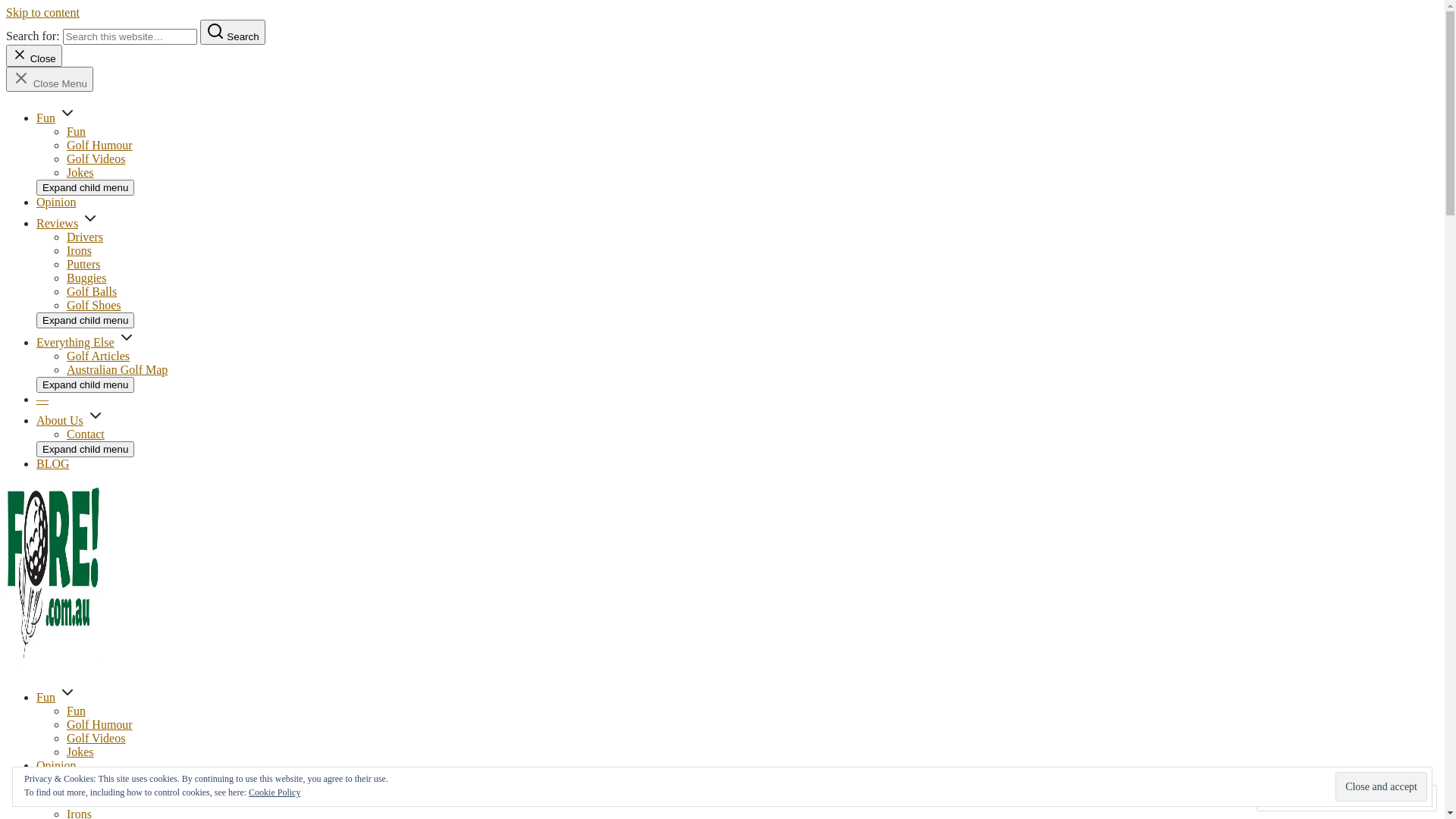 Image resolution: width=1456 pixels, height=819 pixels. I want to click on 'BLOG', so click(53, 463).